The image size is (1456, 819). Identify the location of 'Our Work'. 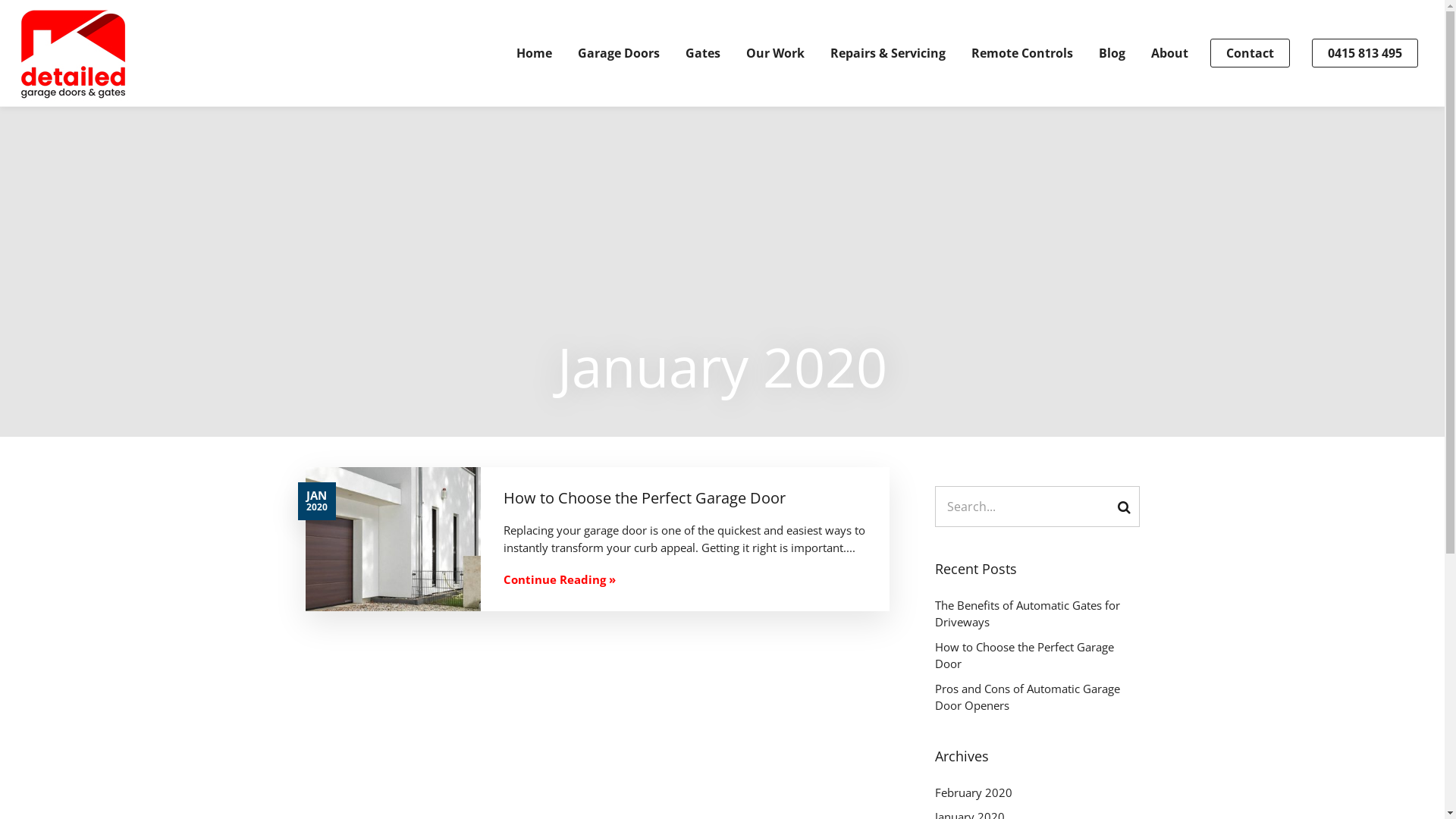
(775, 52).